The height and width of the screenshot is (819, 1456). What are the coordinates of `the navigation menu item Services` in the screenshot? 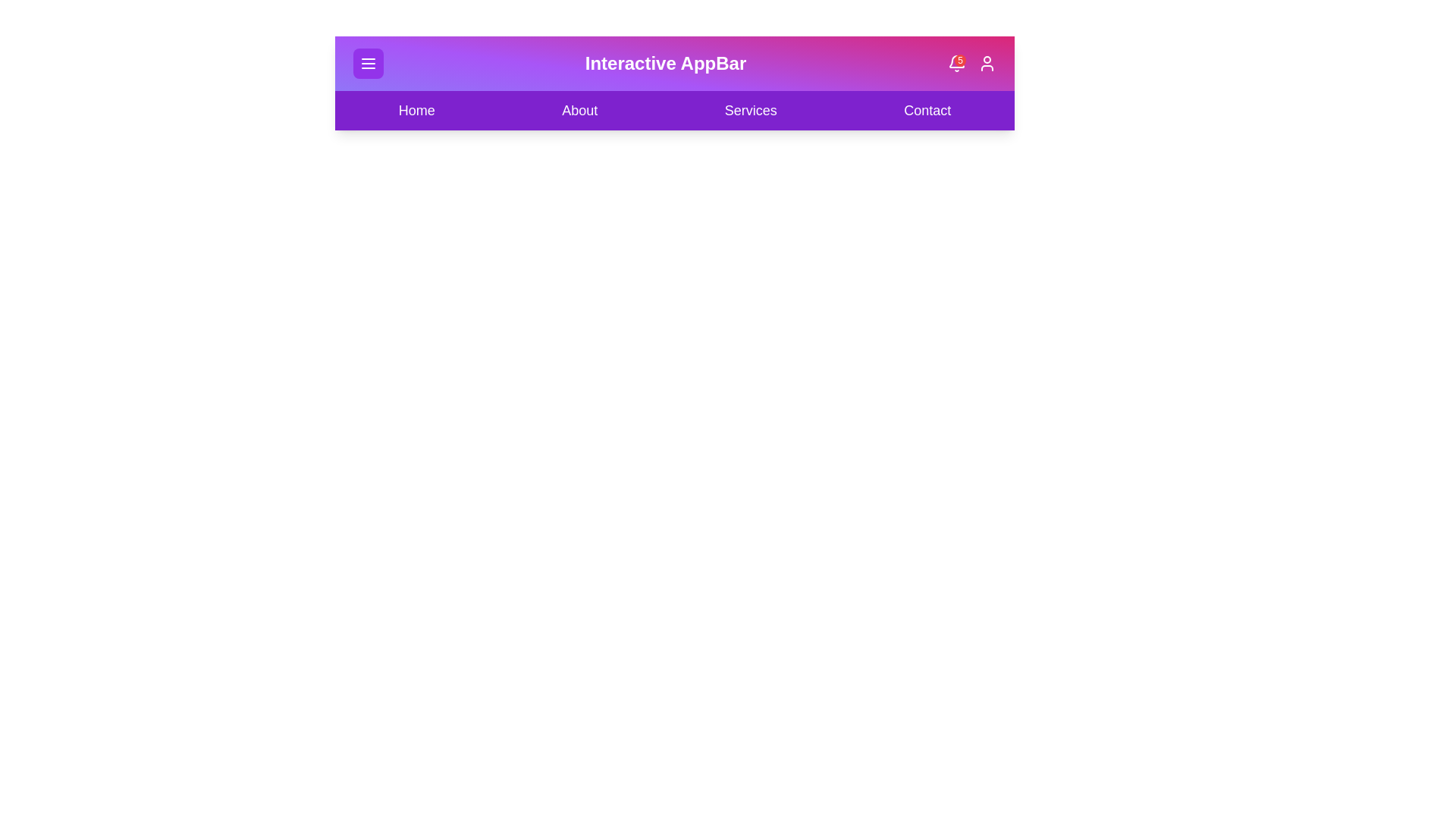 It's located at (751, 110).